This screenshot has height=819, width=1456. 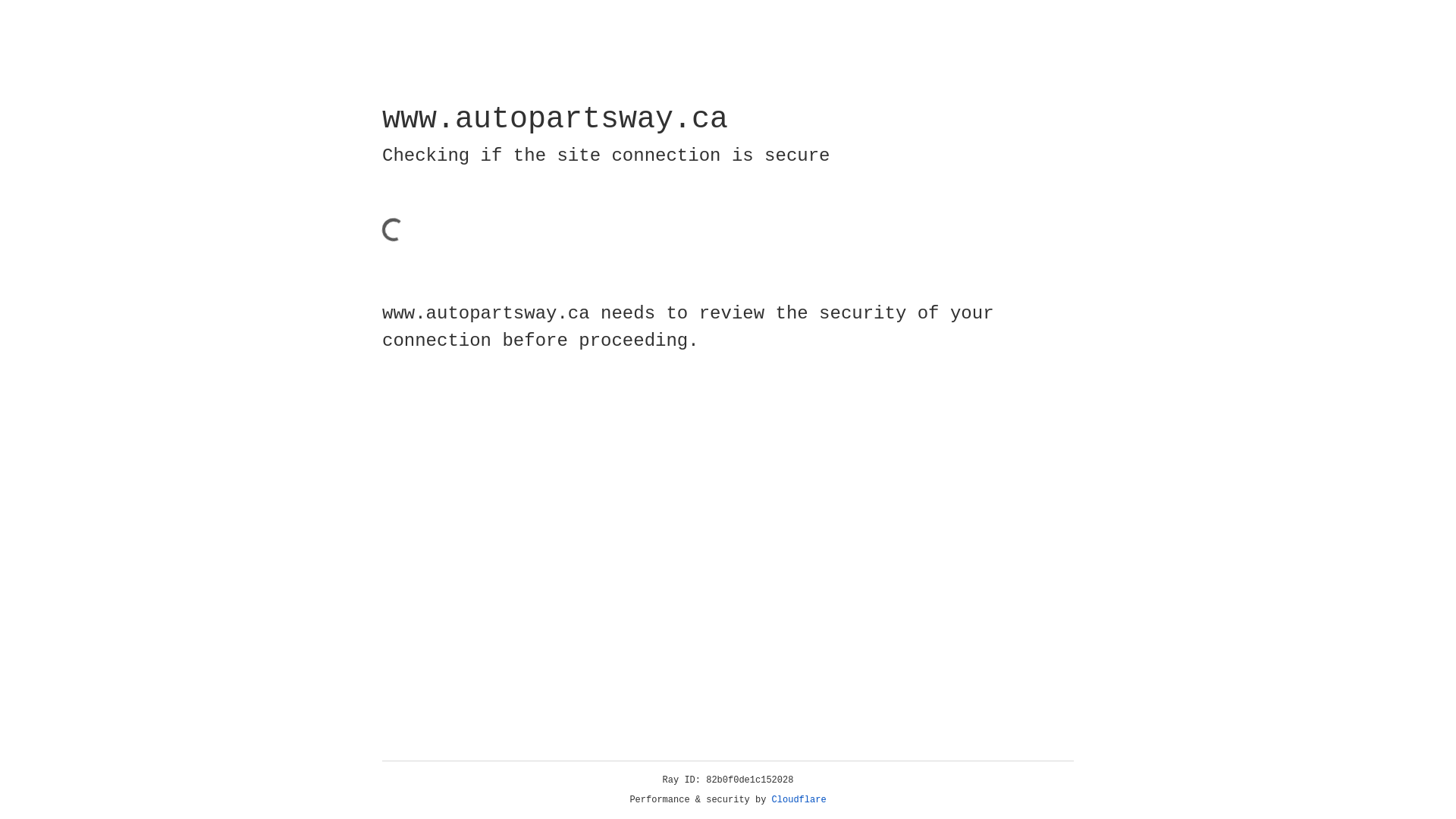 I want to click on 'Cloudflare', so click(x=771, y=799).